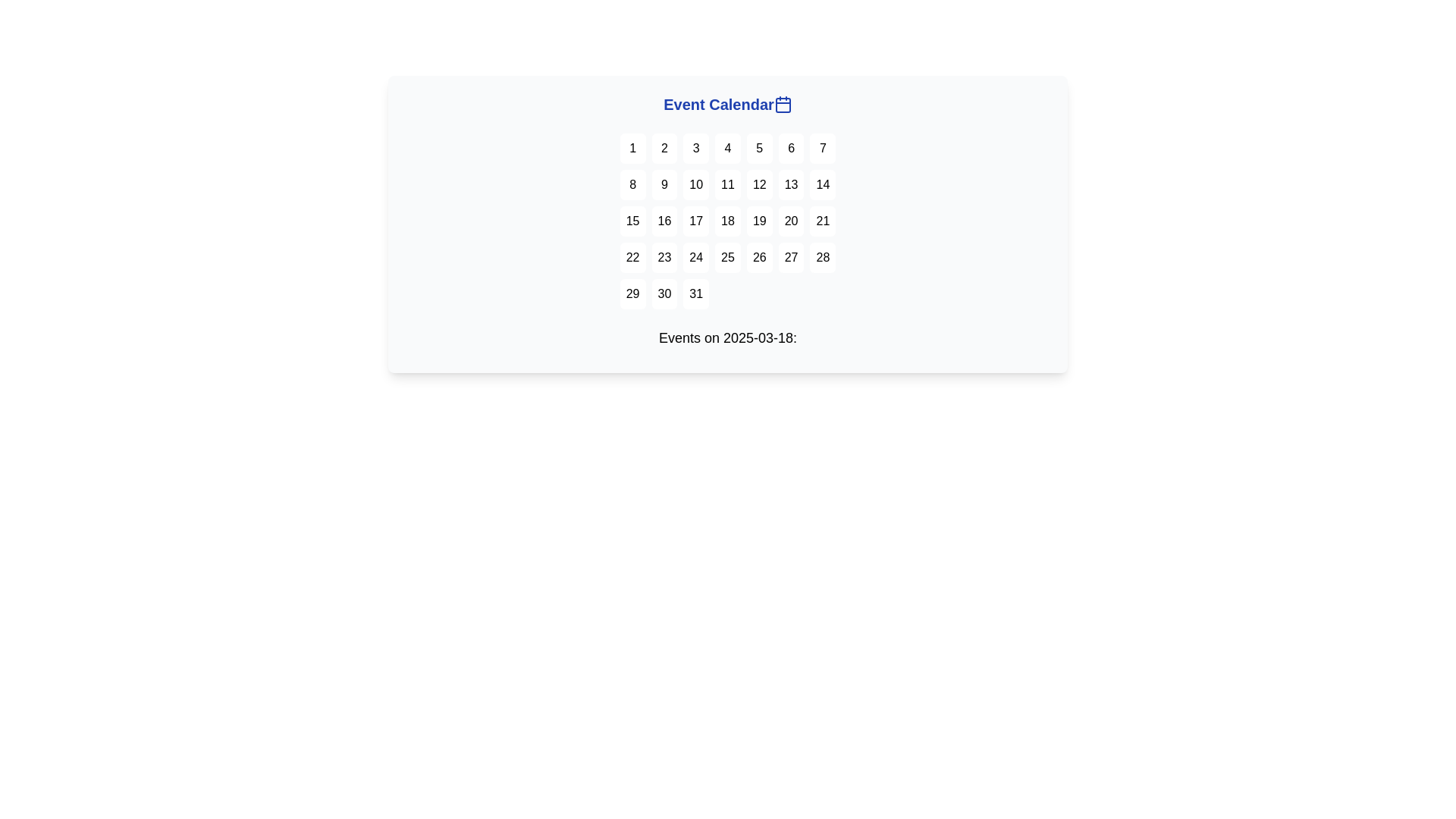 This screenshot has width=1456, height=819. Describe the element at coordinates (695, 149) in the screenshot. I see `the white rounded rectangular button displaying the number '3' in a calendar layout` at that location.